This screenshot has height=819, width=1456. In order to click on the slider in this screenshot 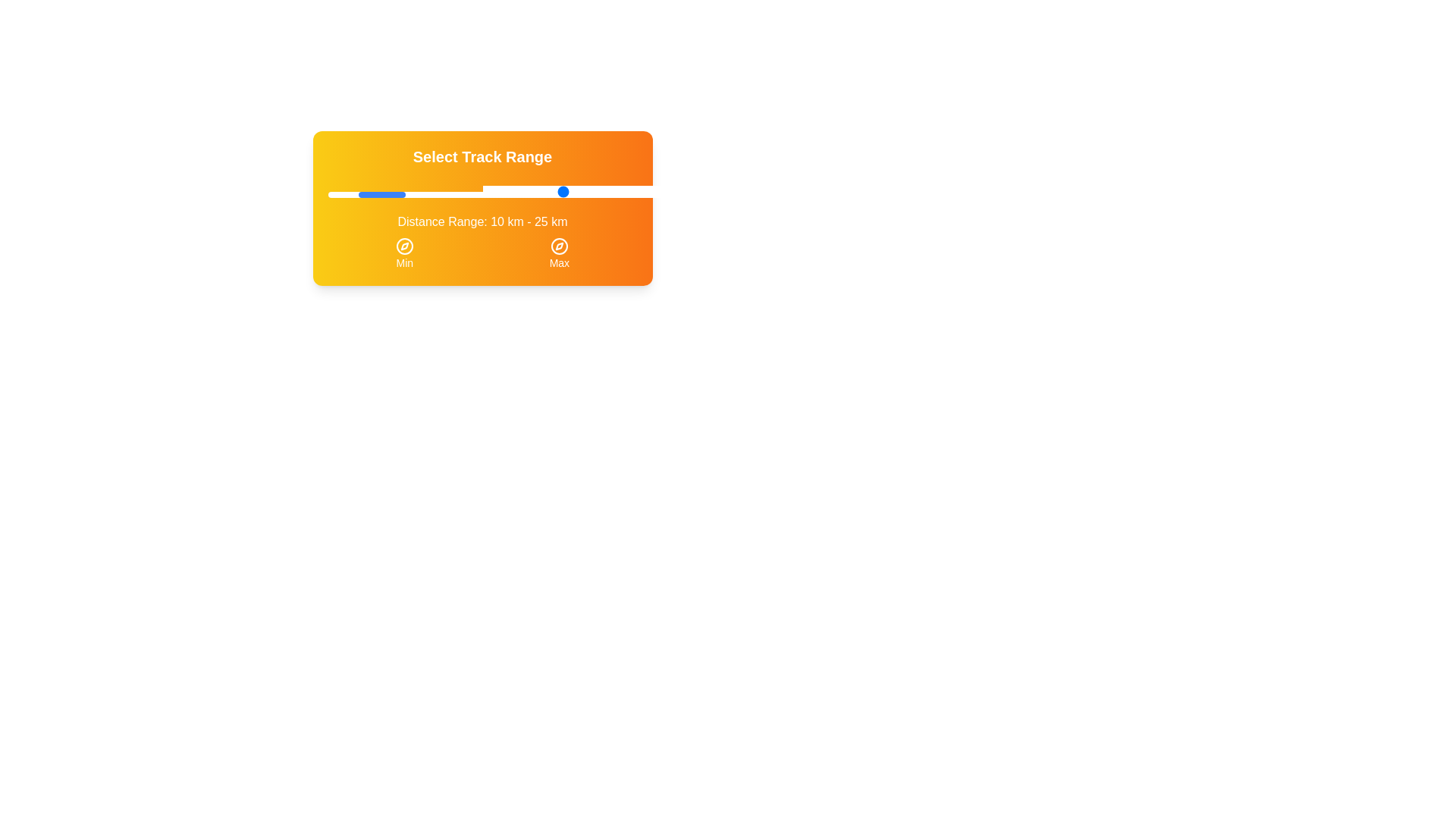, I will do `click(662, 191)`.